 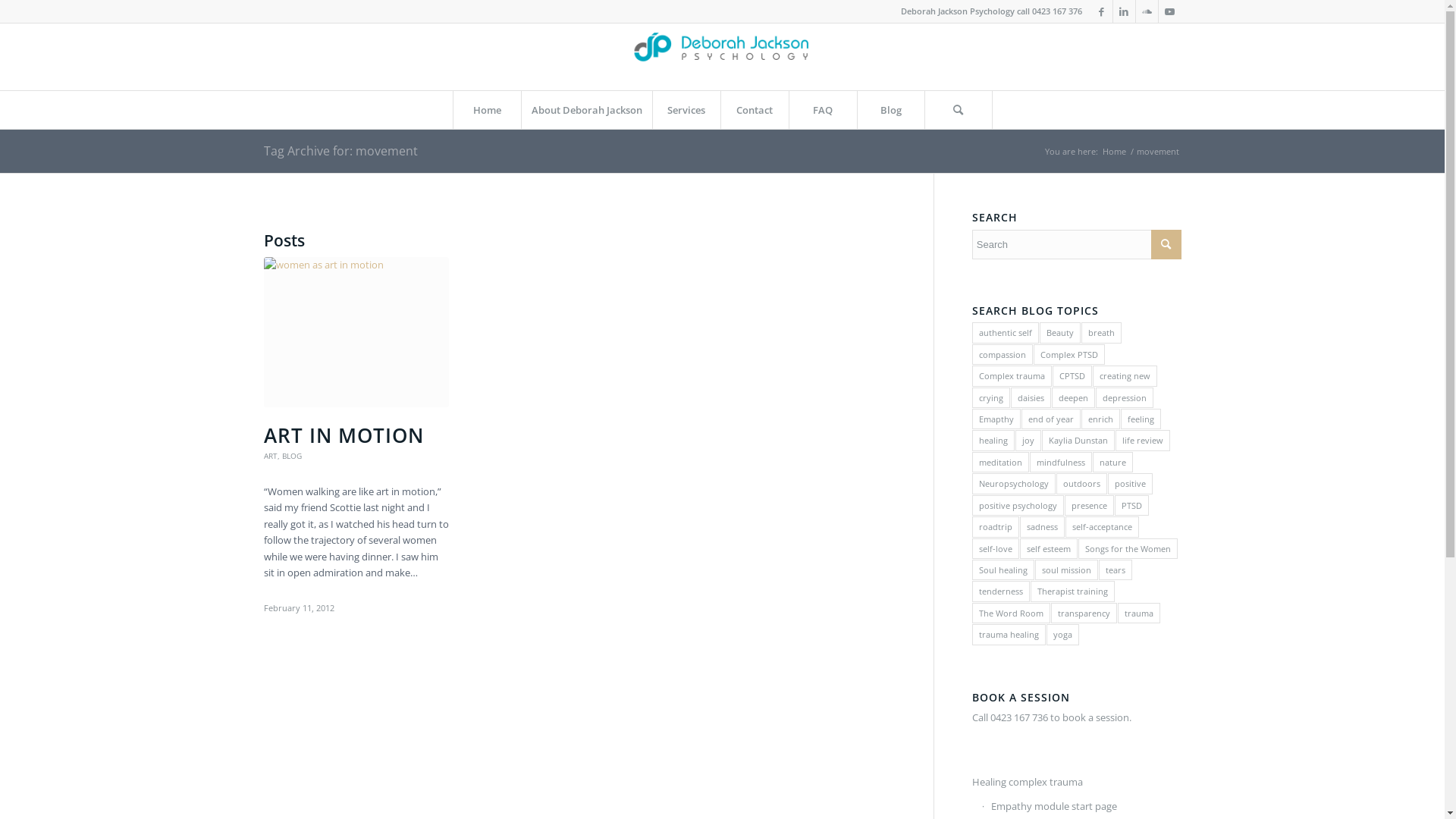 What do you see at coordinates (686, 109) in the screenshot?
I see `'Services'` at bounding box center [686, 109].